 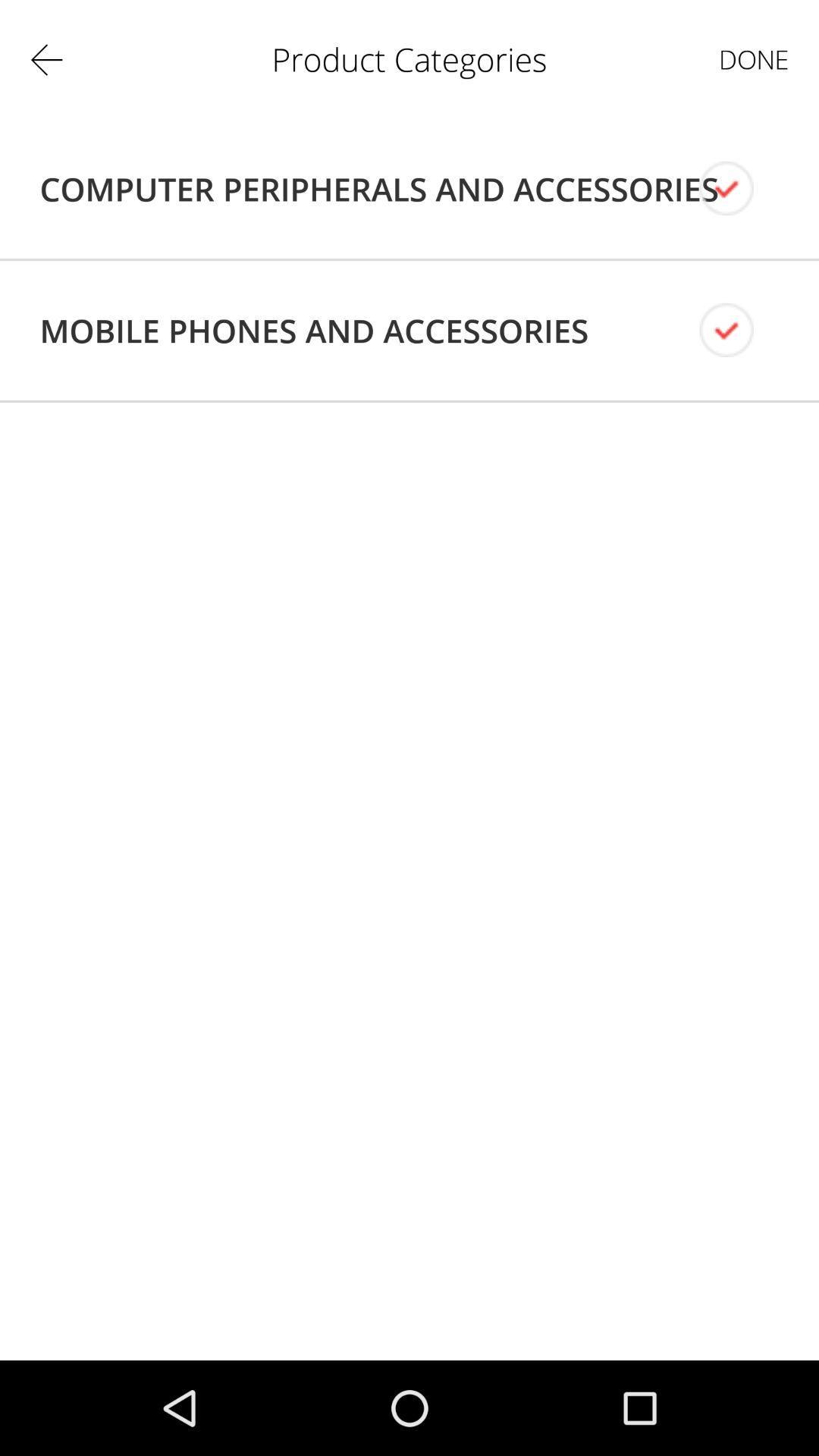 What do you see at coordinates (739, 188) in the screenshot?
I see `inclusion of computer peripherals` at bounding box center [739, 188].